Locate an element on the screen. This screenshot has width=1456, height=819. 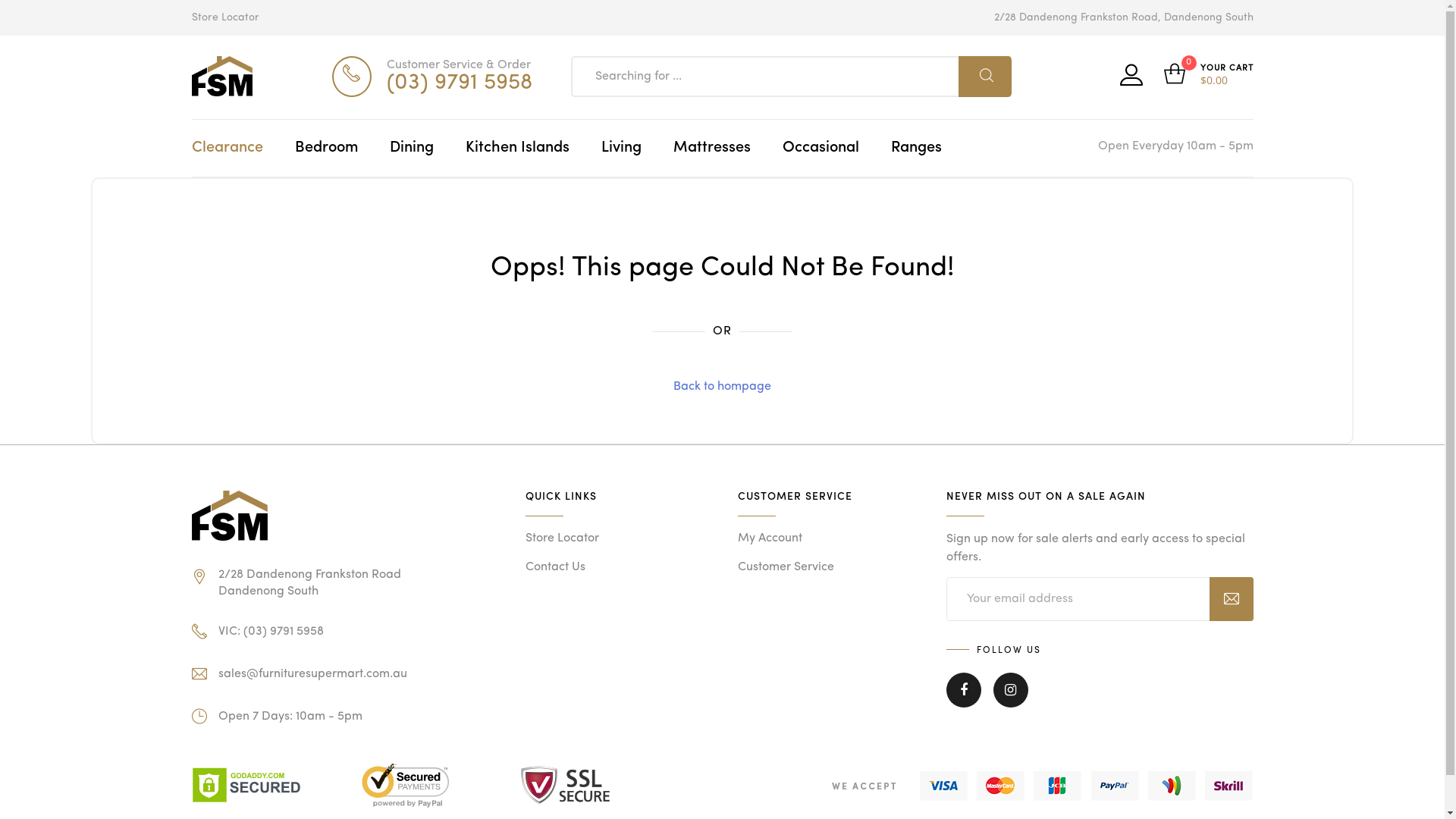
'Kitchen Islands' is located at coordinates (517, 148).